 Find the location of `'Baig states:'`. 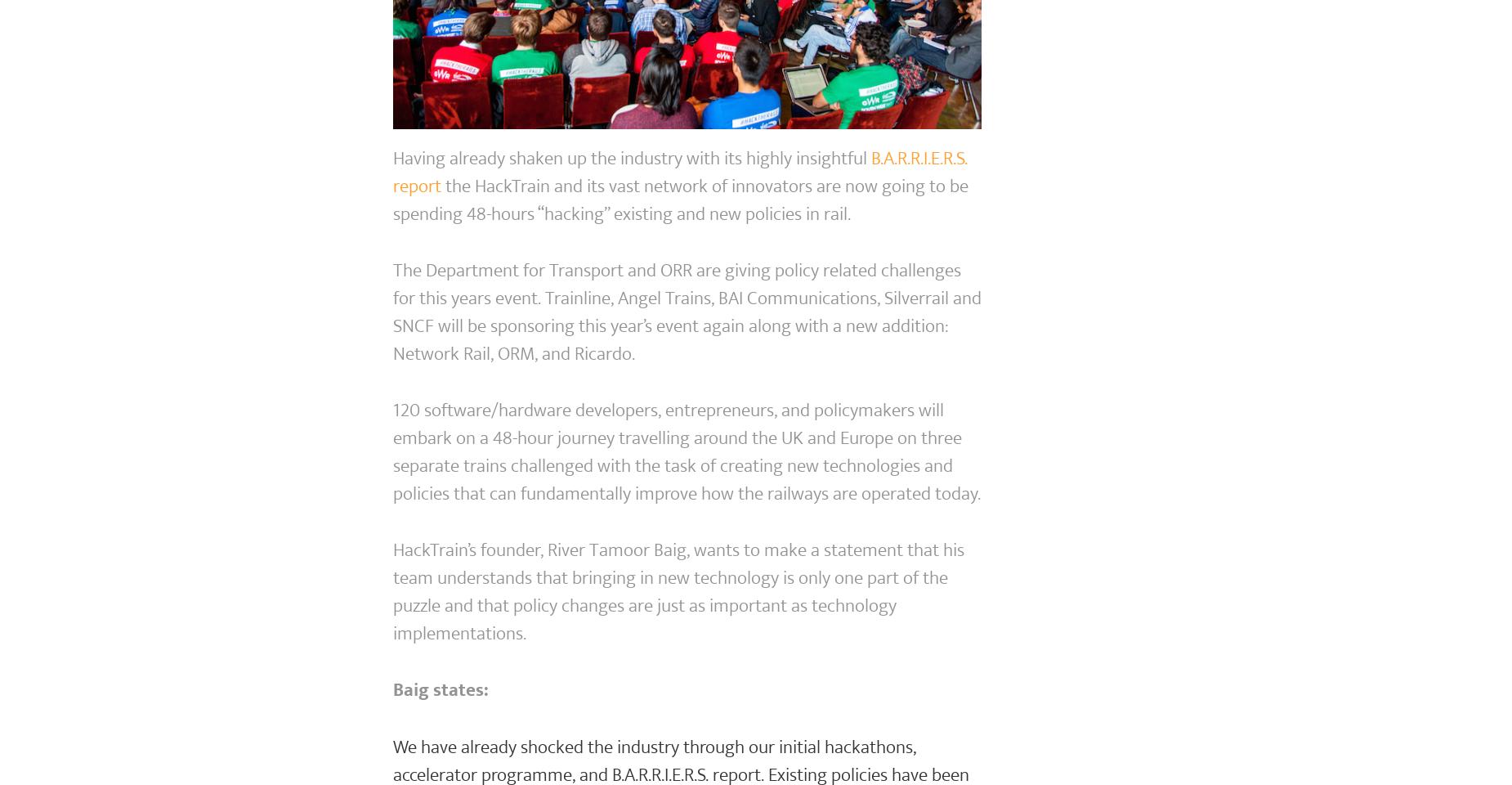

'Baig states:' is located at coordinates (440, 689).